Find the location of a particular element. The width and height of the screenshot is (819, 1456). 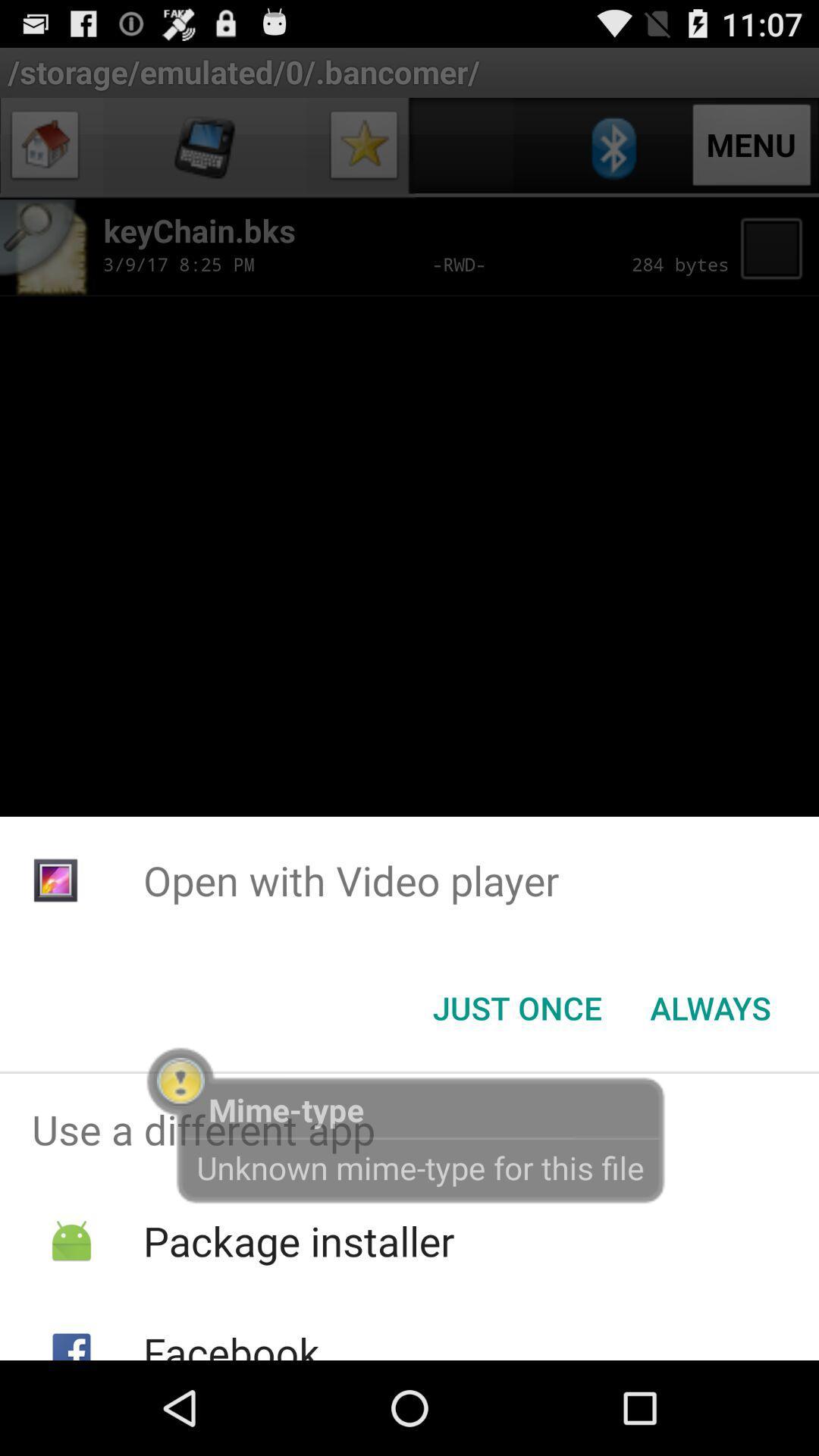

icon above package installer app is located at coordinates (409, 1129).